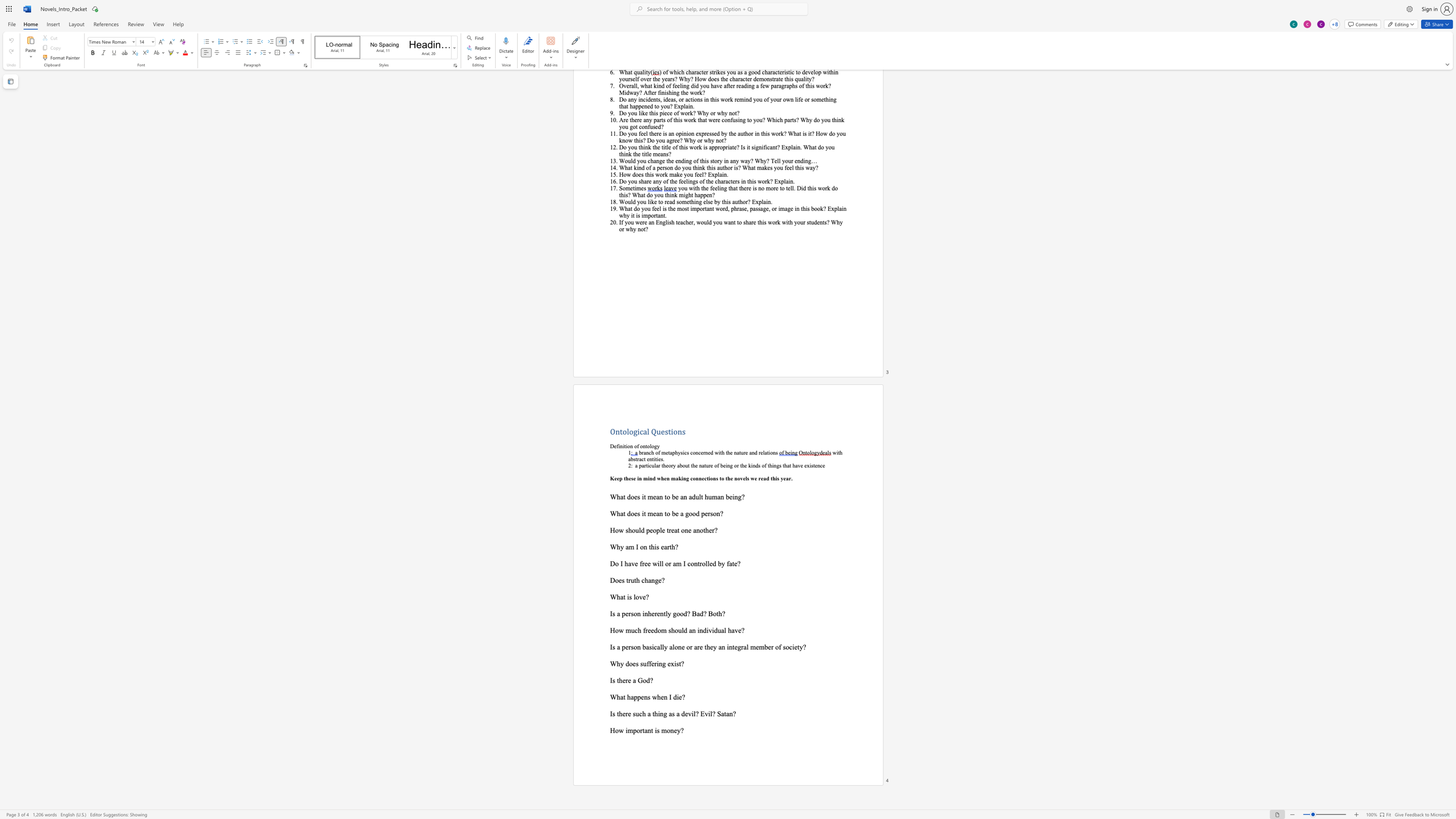 The width and height of the screenshot is (1456, 819). What do you see at coordinates (651, 647) in the screenshot?
I see `the space between the continuous character "s" and "i" in the text` at bounding box center [651, 647].